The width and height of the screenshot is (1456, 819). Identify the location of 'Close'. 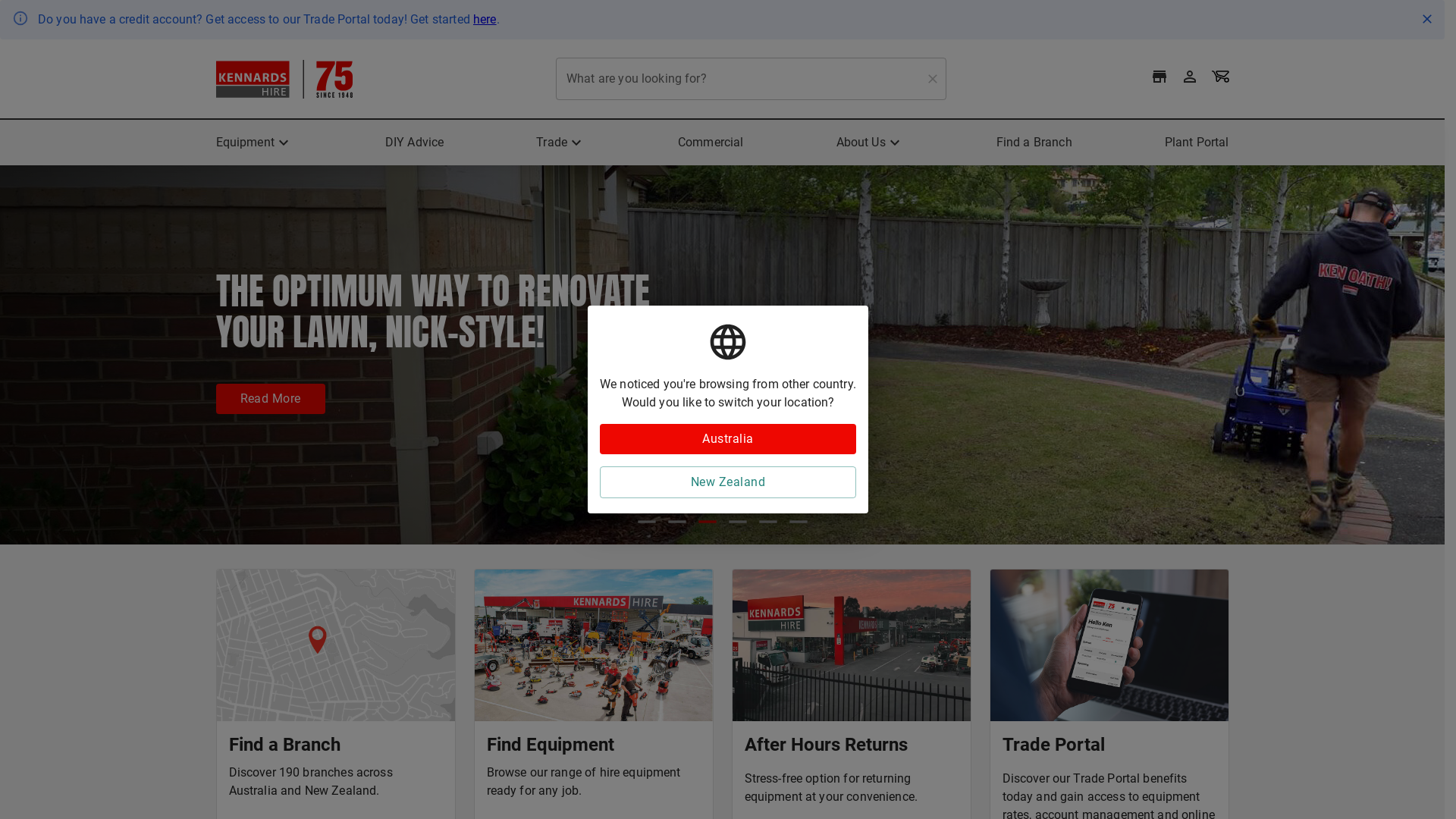
(1426, 18).